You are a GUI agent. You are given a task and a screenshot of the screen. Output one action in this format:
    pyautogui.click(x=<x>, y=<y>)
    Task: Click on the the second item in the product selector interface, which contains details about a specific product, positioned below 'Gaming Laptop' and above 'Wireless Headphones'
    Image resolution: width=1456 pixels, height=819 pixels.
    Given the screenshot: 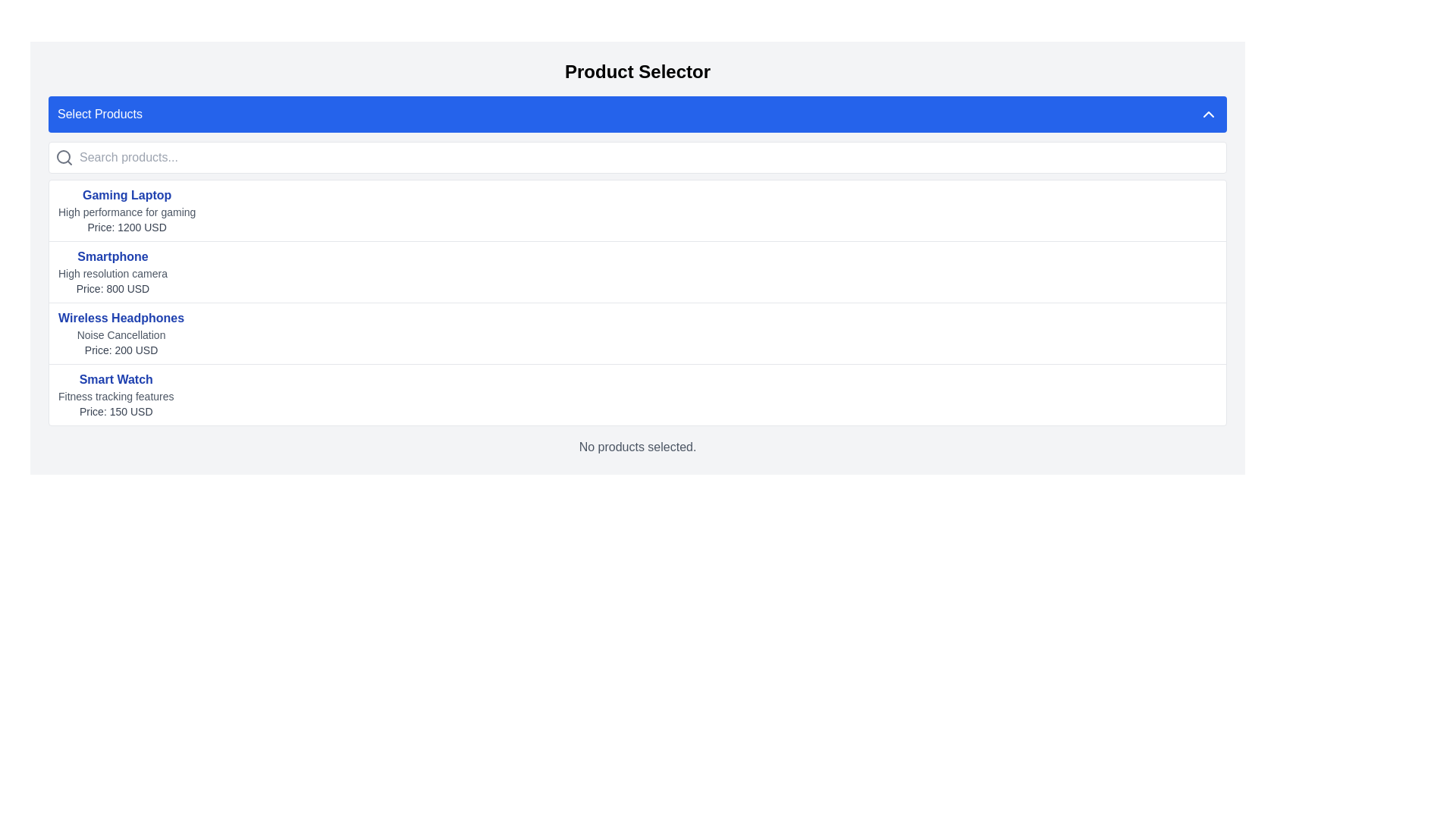 What is the action you would take?
    pyautogui.click(x=111, y=271)
    